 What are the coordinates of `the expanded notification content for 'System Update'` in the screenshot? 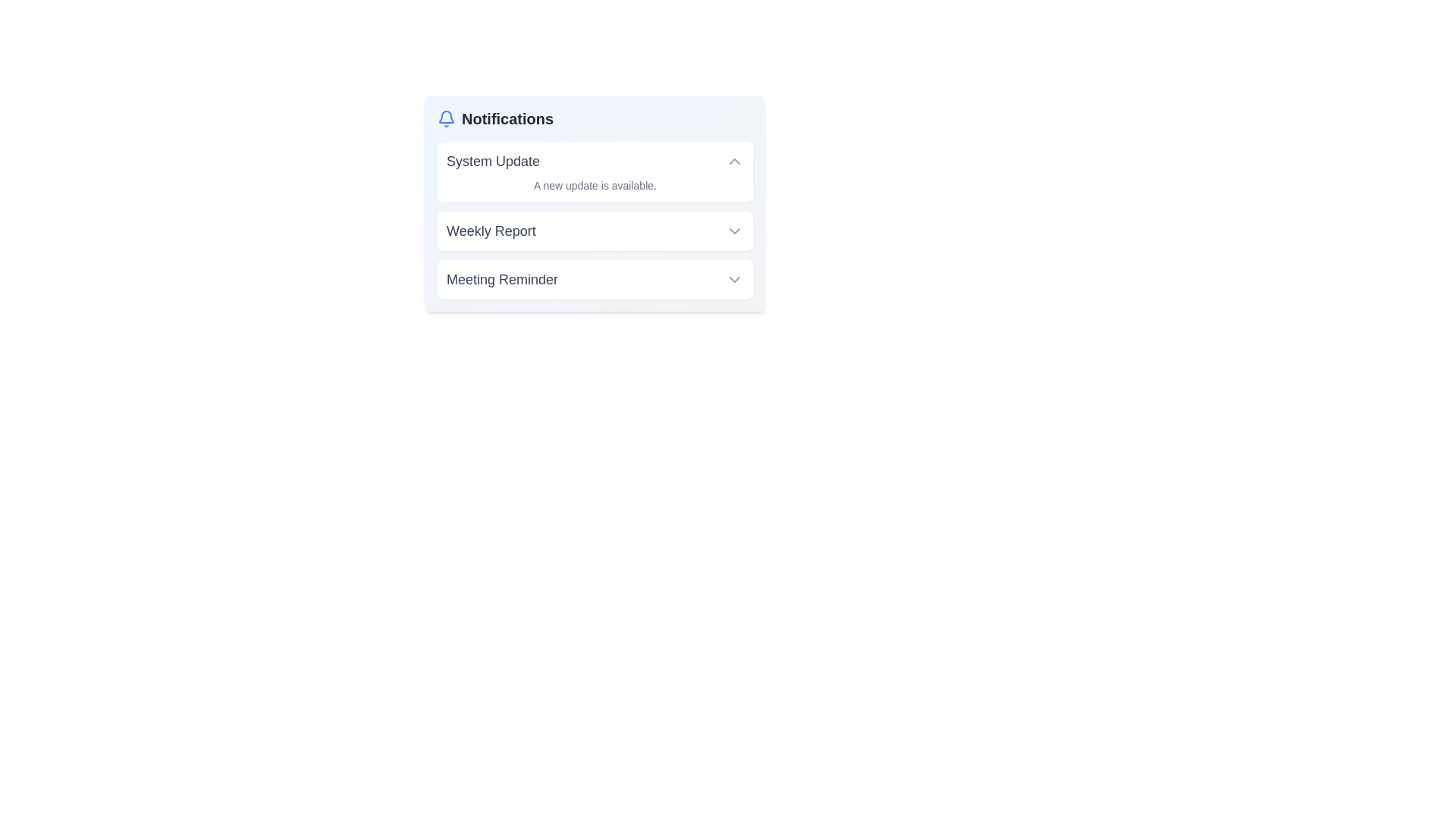 It's located at (595, 171).